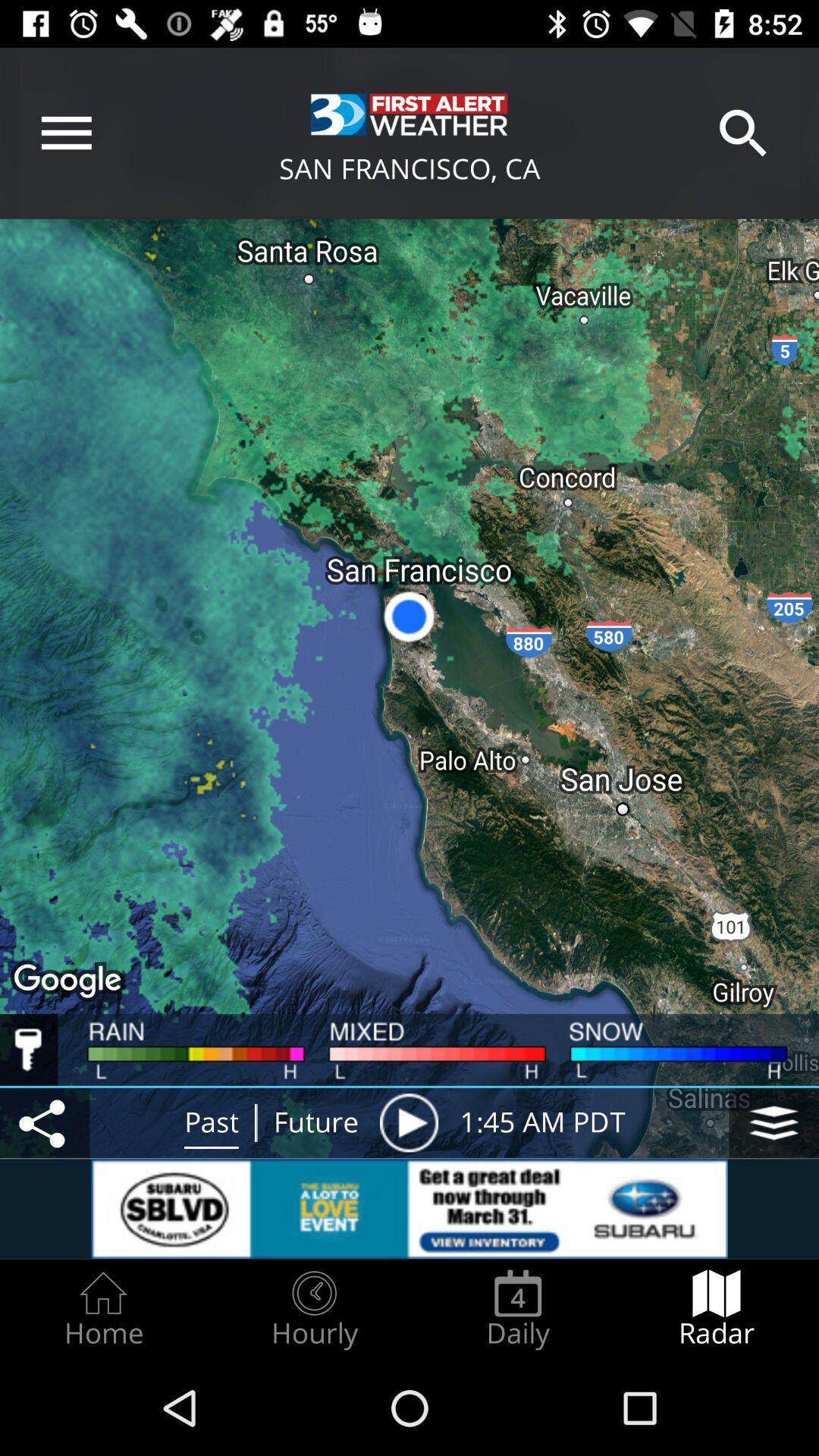 The height and width of the screenshot is (1456, 819). What do you see at coordinates (409, 113) in the screenshot?
I see `the image which is below the notification bar` at bounding box center [409, 113].